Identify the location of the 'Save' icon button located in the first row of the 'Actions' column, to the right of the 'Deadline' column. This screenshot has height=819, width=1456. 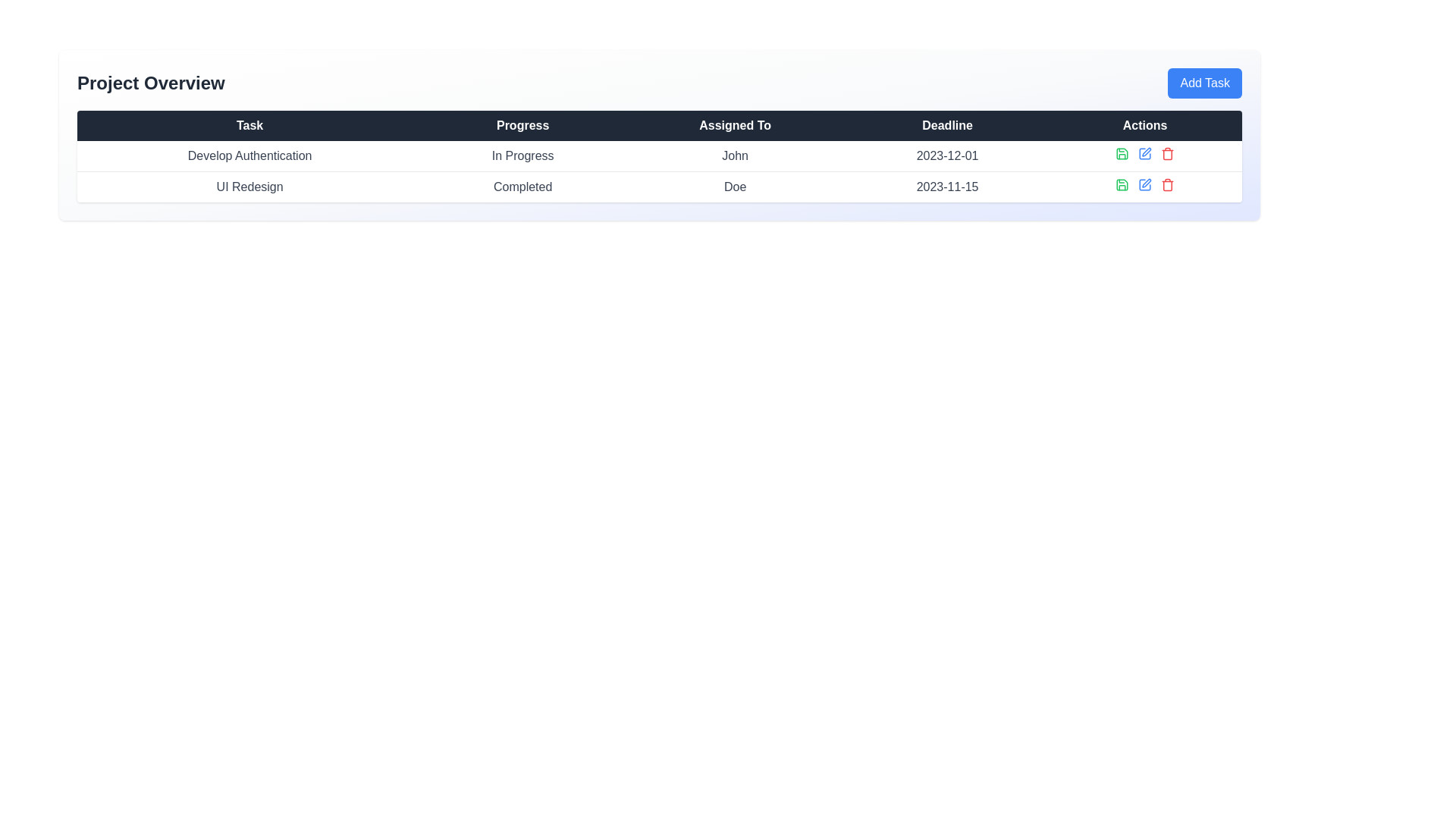
(1122, 184).